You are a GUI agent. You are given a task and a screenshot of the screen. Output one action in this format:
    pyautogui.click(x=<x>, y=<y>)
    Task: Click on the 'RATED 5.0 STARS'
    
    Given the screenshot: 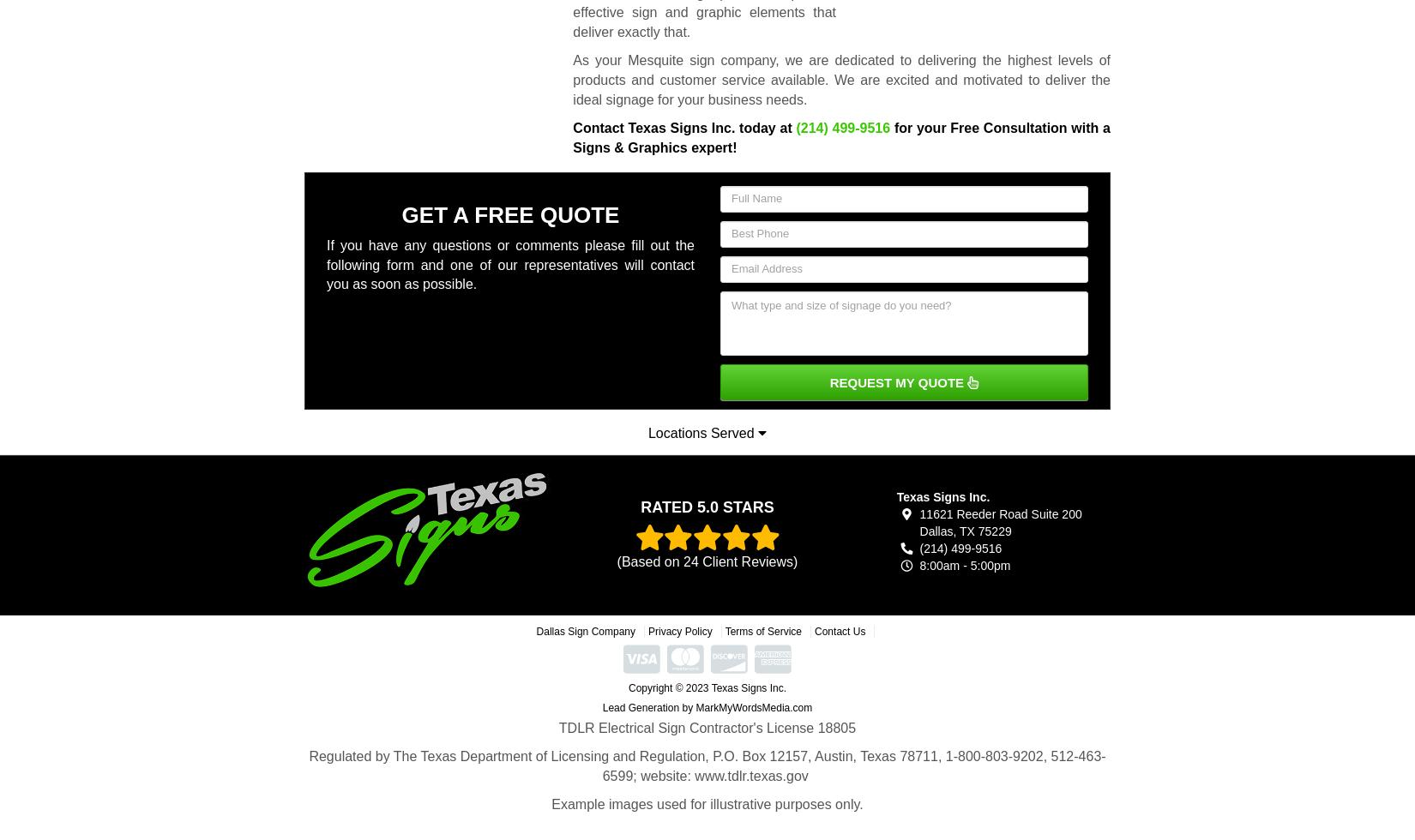 What is the action you would take?
    pyautogui.click(x=706, y=507)
    